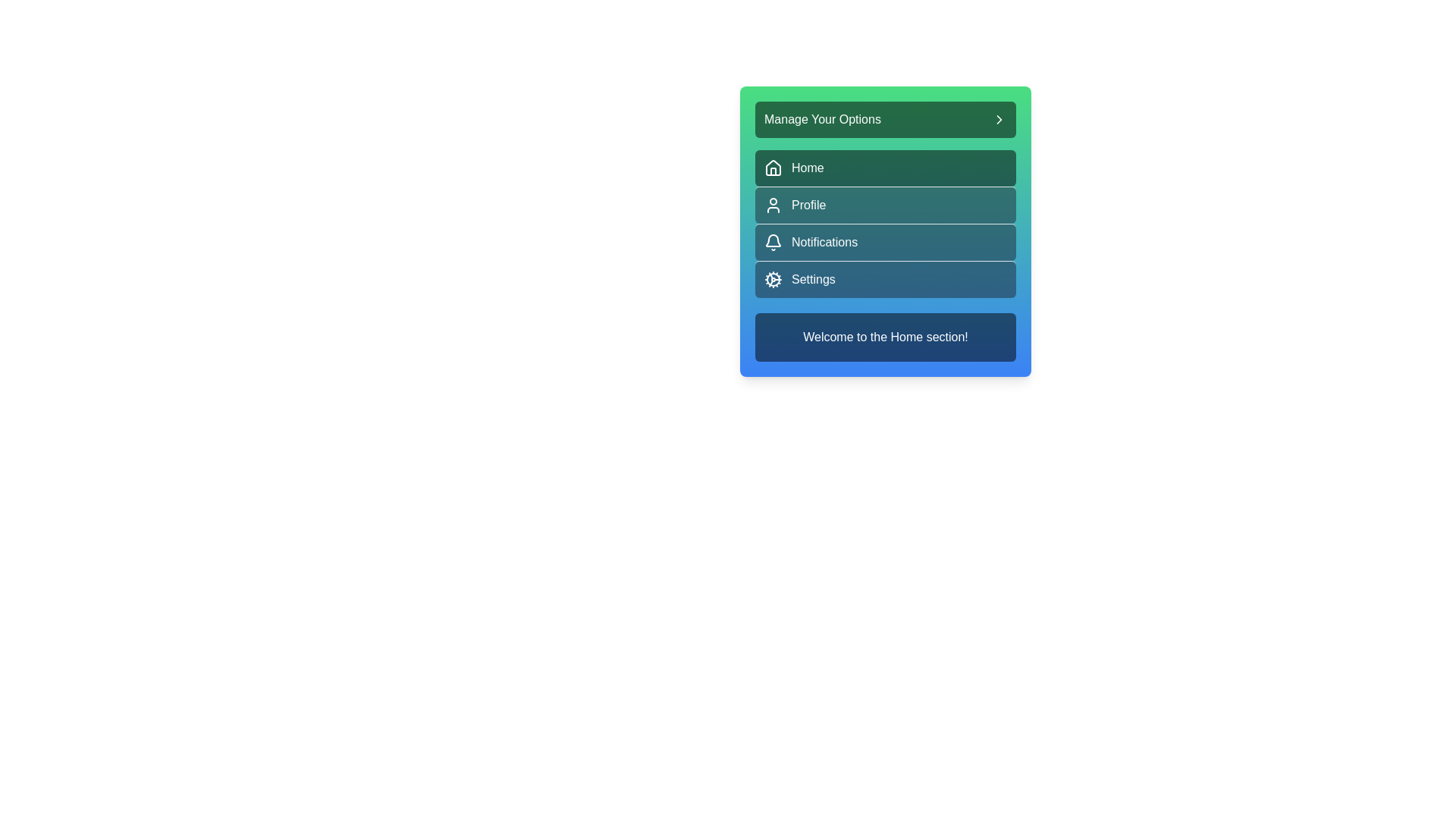 The image size is (1456, 819). I want to click on the 'Notifications' menu item, which is a rectangular button with a bell icon and slightly rounded corners, located in a vertical list of menu items, so click(885, 231).